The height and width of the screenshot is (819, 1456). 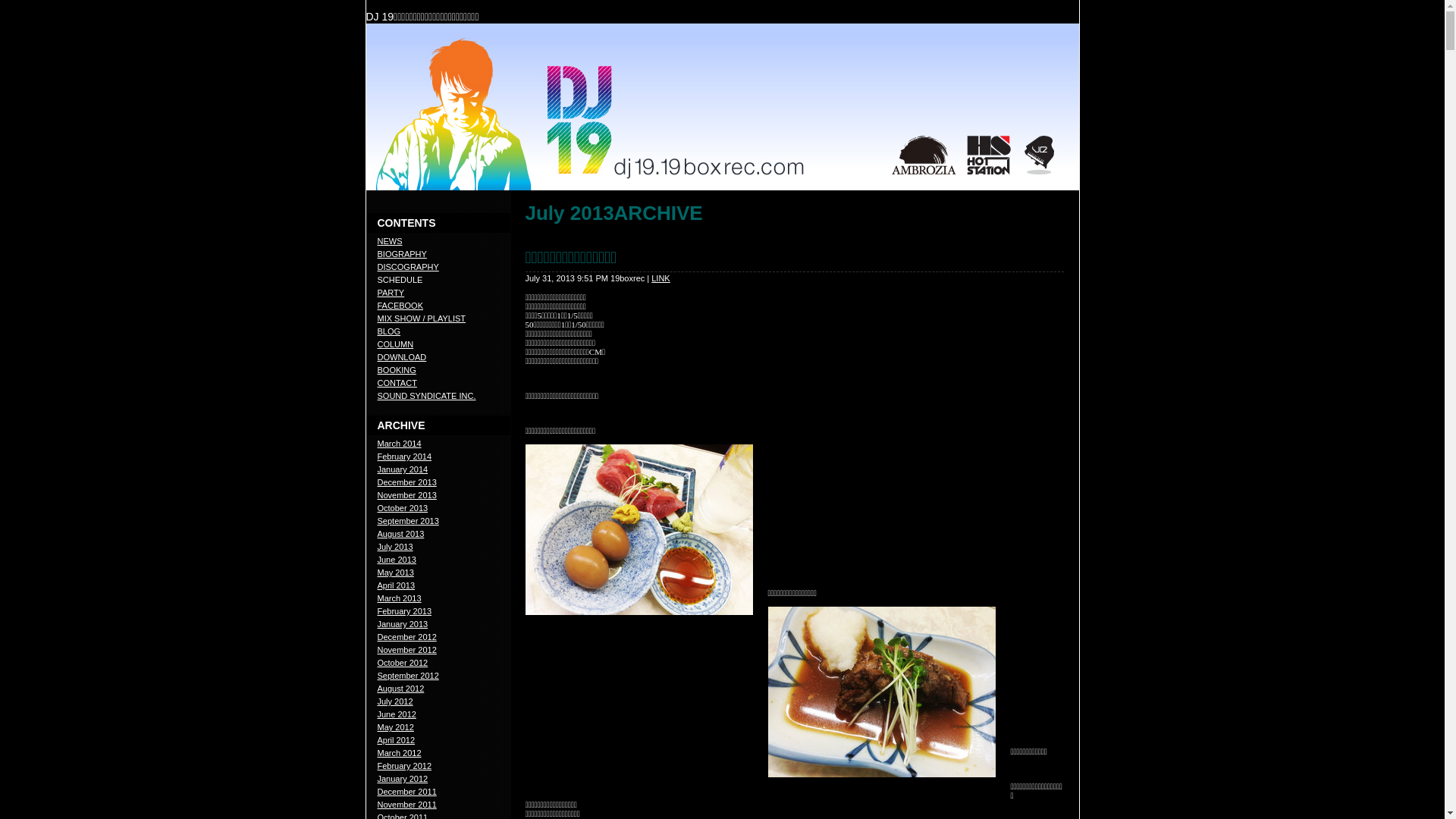 I want to click on 'BIOGRAPHY', so click(x=402, y=253).